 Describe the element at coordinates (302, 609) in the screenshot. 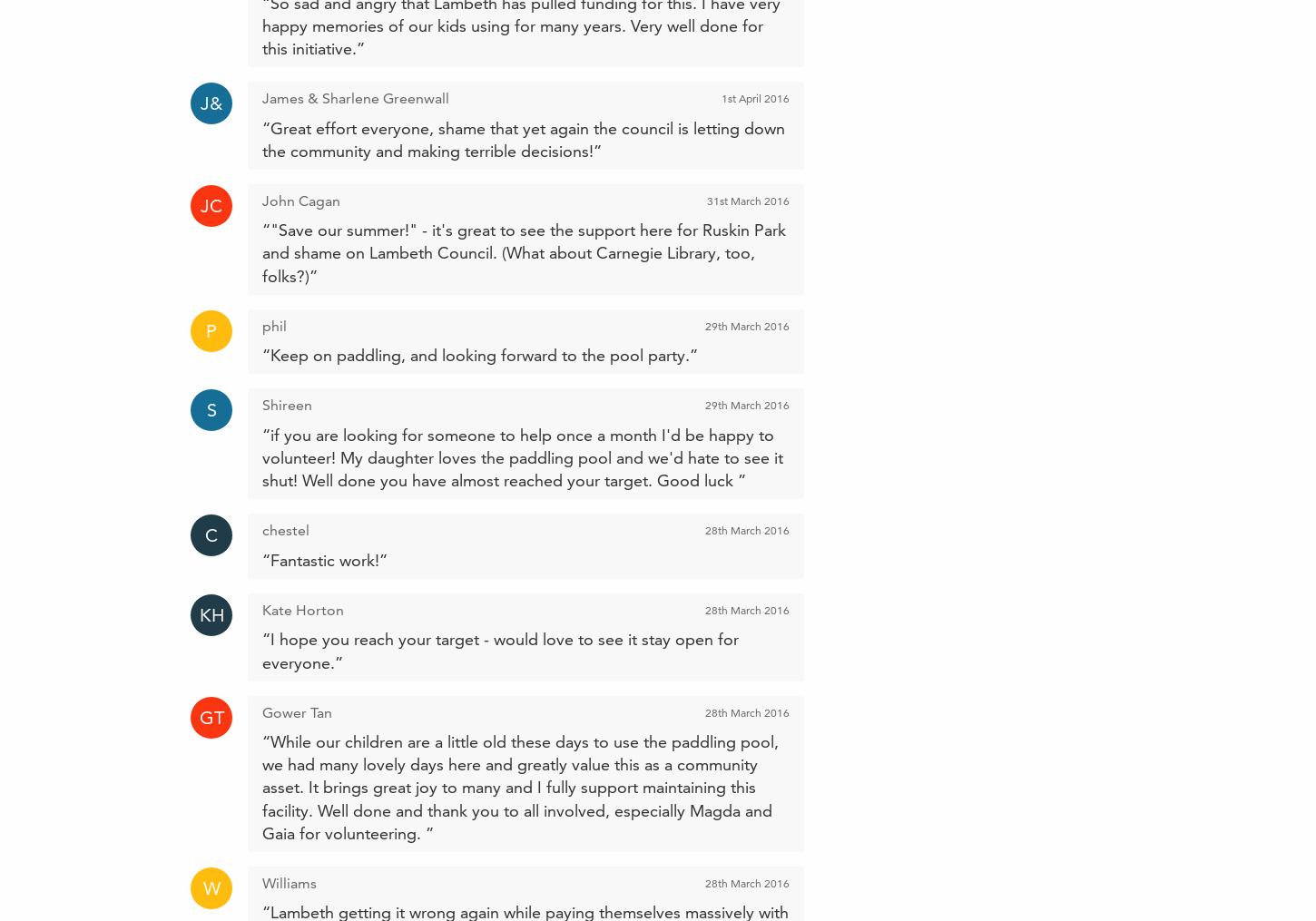

I see `'Kate Horton'` at that location.